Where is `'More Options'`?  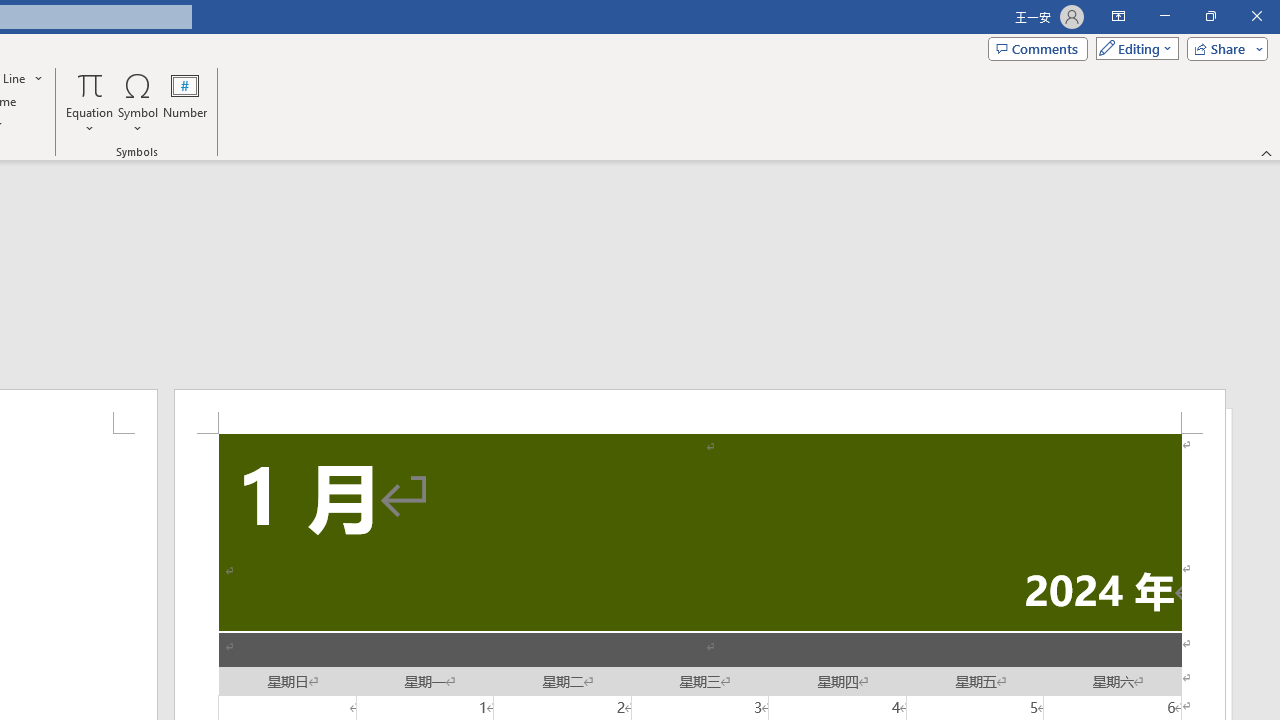
'More Options' is located at coordinates (89, 121).